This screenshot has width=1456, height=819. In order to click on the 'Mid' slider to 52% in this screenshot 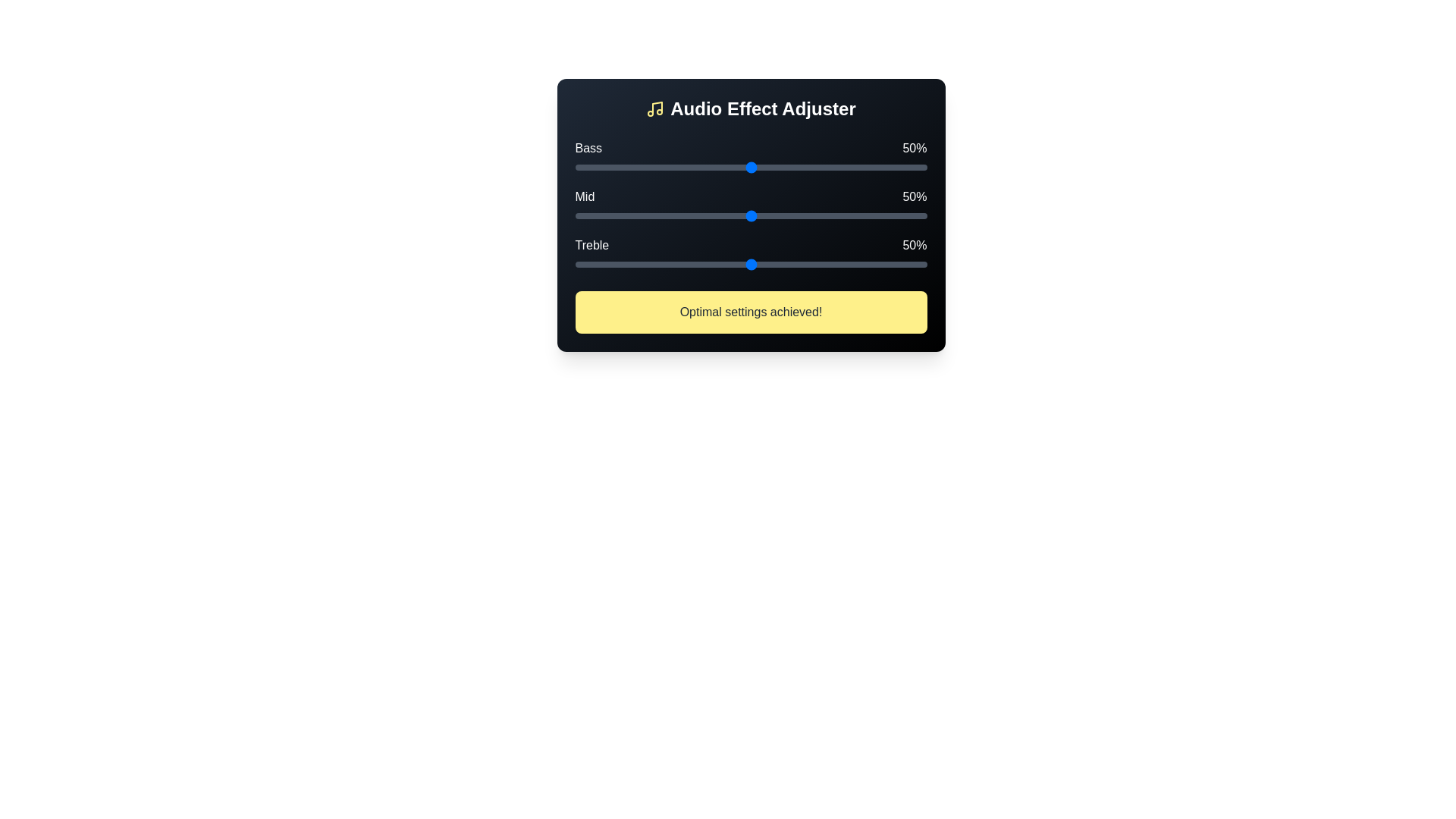, I will do `click(758, 216)`.